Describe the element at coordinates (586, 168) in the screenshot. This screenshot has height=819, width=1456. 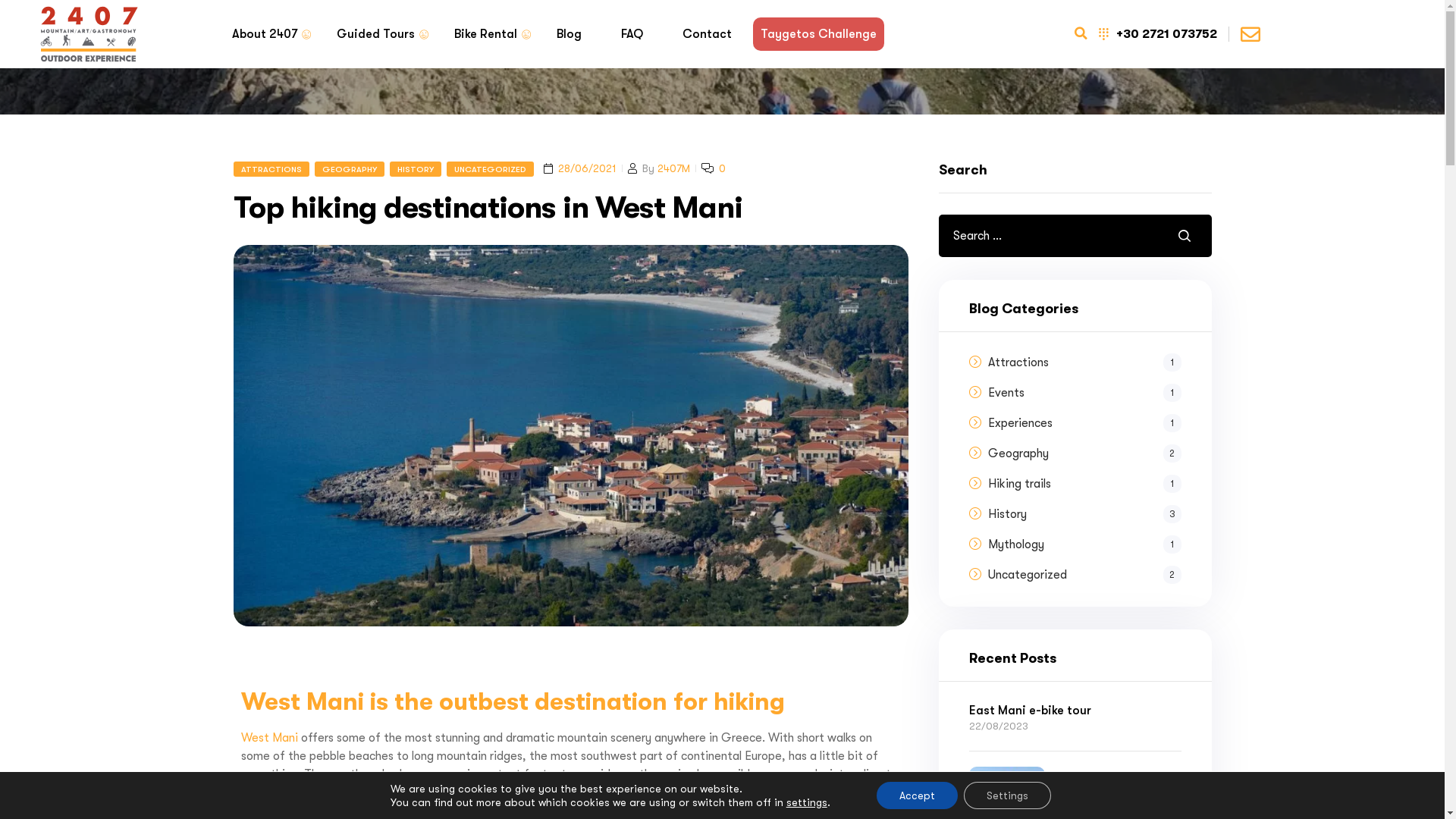
I see `'28/06/2021'` at that location.